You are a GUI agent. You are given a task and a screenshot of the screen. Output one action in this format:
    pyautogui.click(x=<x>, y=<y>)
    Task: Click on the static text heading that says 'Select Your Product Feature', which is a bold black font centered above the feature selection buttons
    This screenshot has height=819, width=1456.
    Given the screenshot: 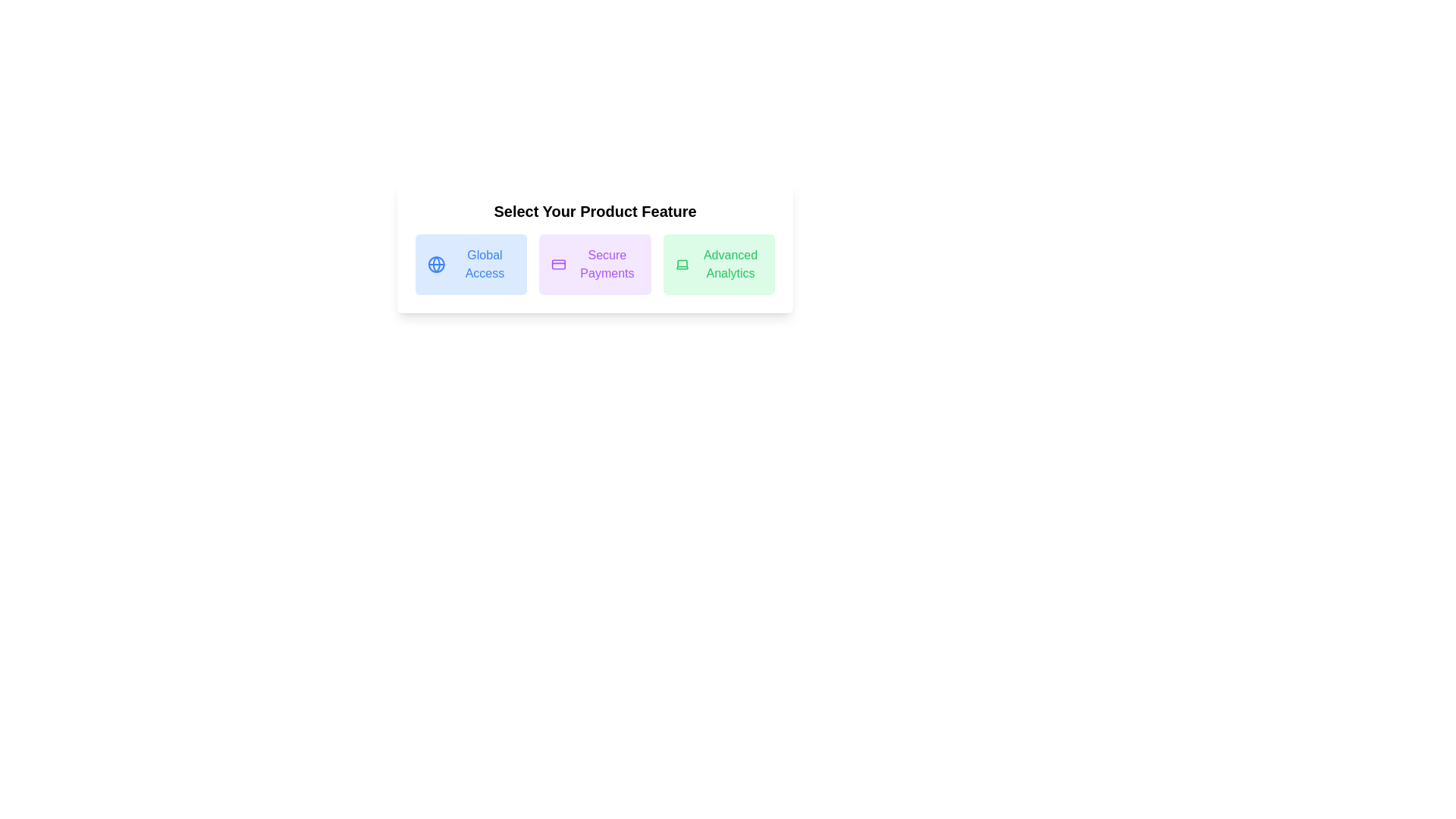 What is the action you would take?
    pyautogui.click(x=595, y=211)
    